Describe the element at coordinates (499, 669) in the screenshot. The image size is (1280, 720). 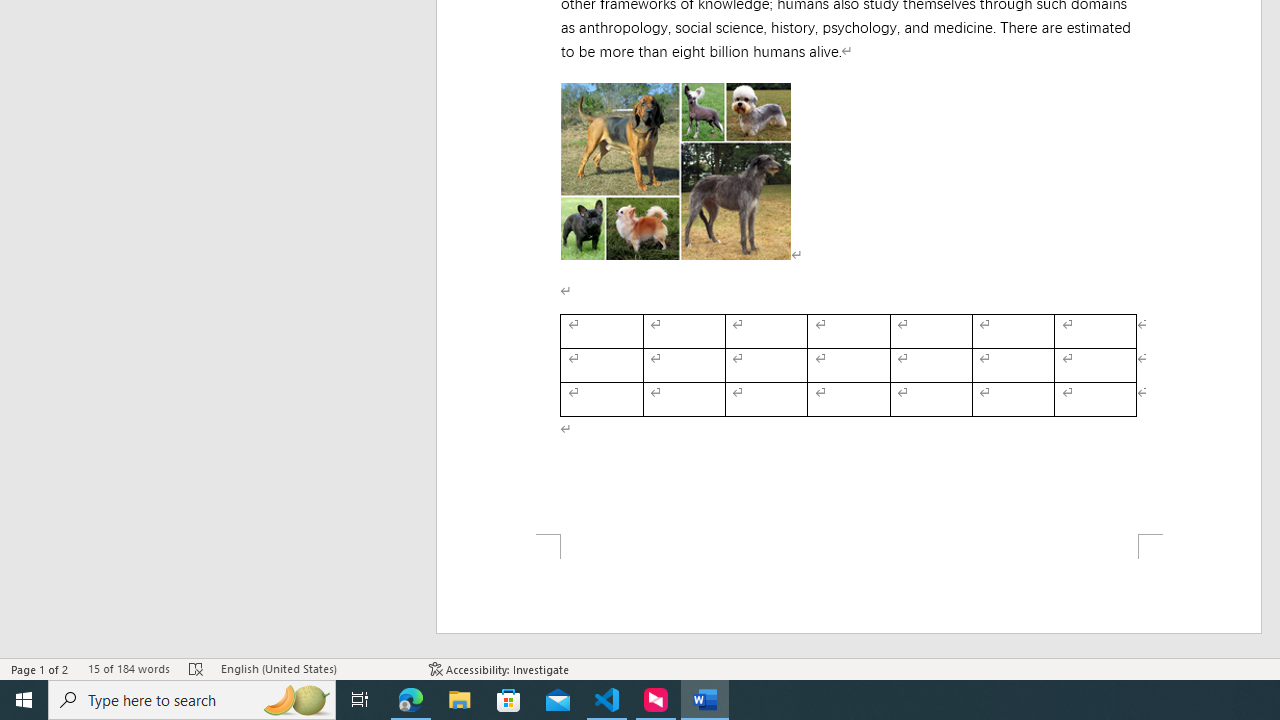
I see `'Accessibility Checker Accessibility: Investigate'` at that location.